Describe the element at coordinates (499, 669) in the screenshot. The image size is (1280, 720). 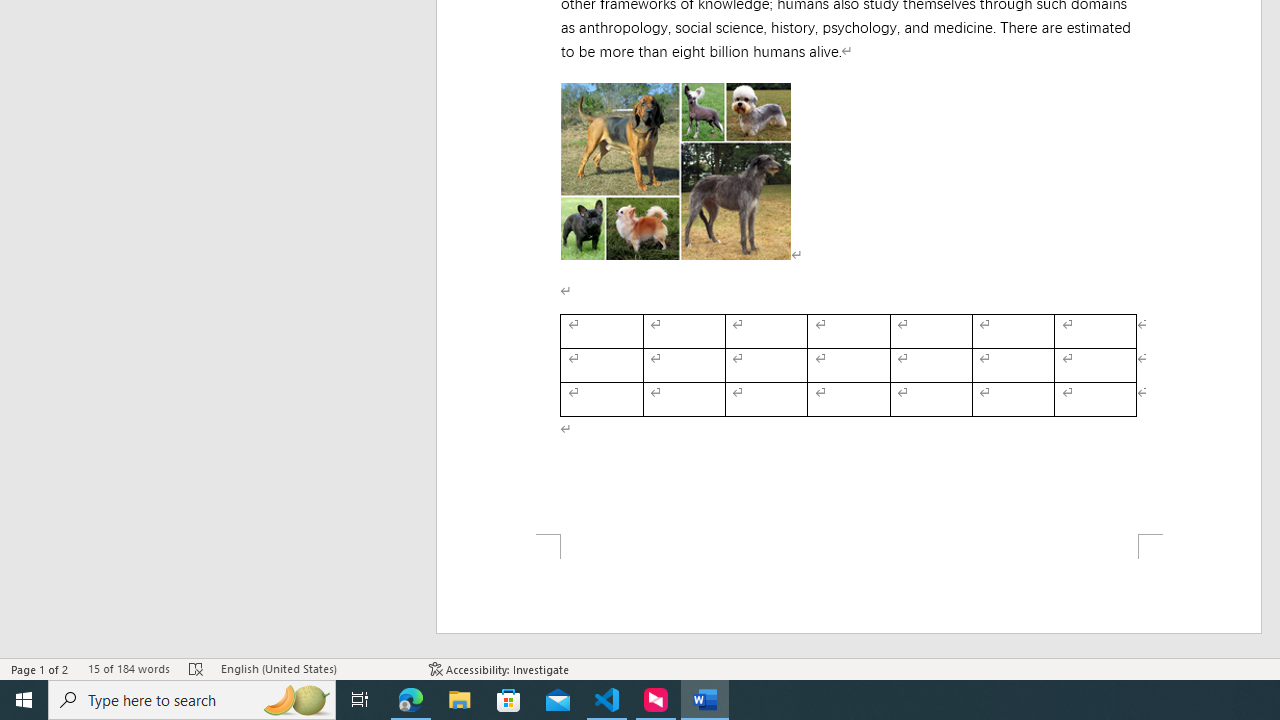
I see `'Accessibility Checker Accessibility: Investigate'` at that location.